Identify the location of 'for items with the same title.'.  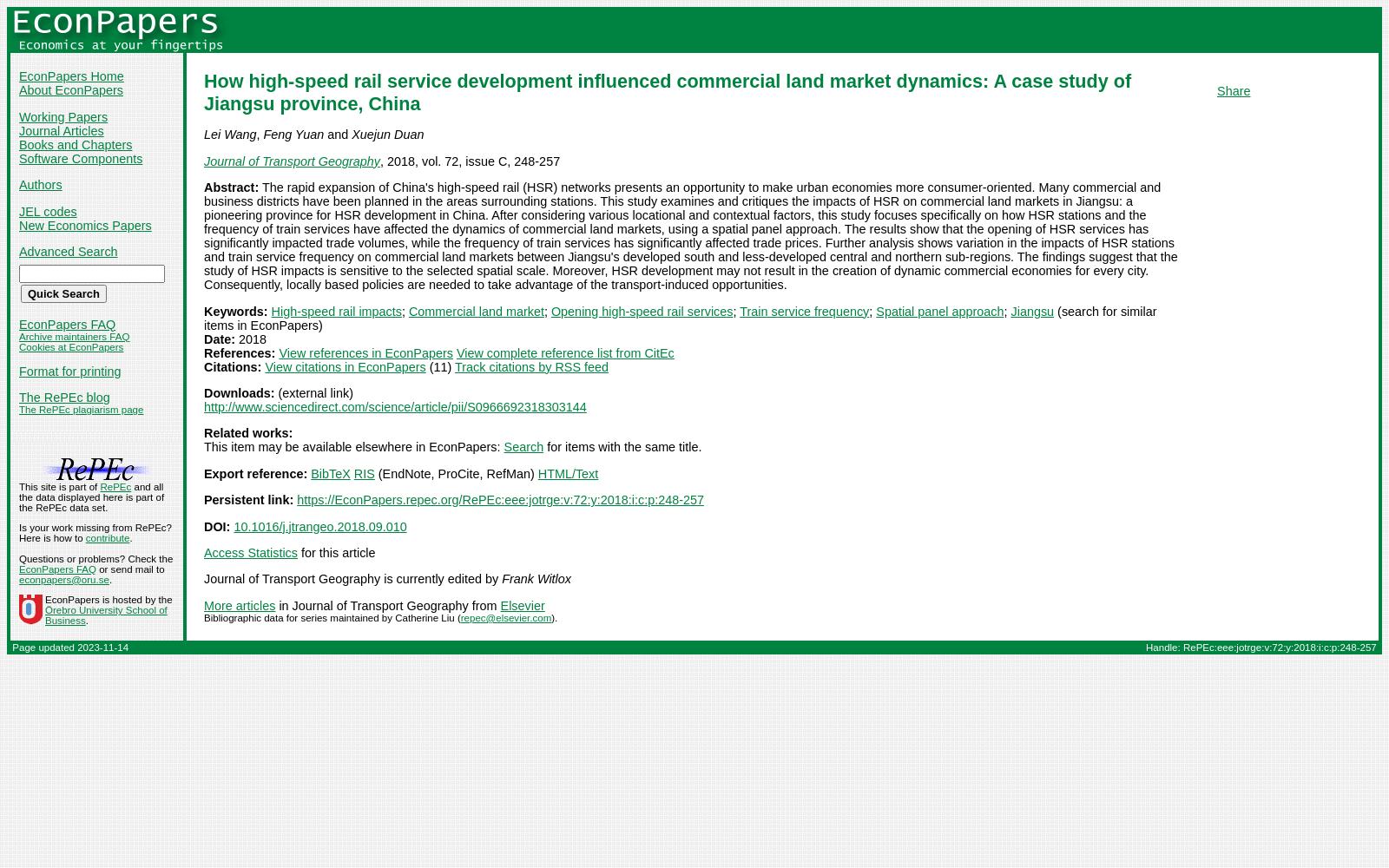
(543, 447).